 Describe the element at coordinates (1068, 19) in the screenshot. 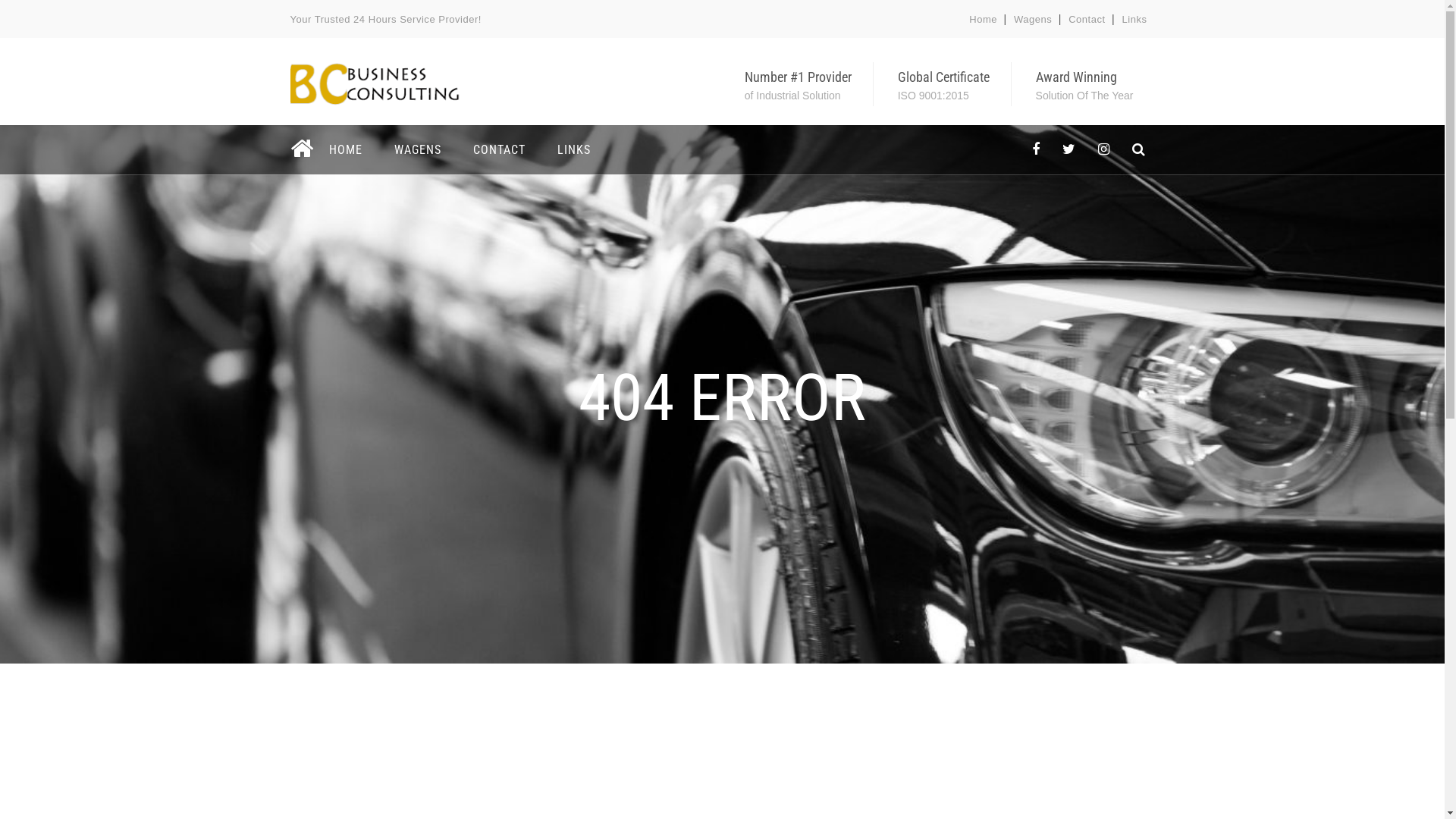

I see `'Contact'` at that location.